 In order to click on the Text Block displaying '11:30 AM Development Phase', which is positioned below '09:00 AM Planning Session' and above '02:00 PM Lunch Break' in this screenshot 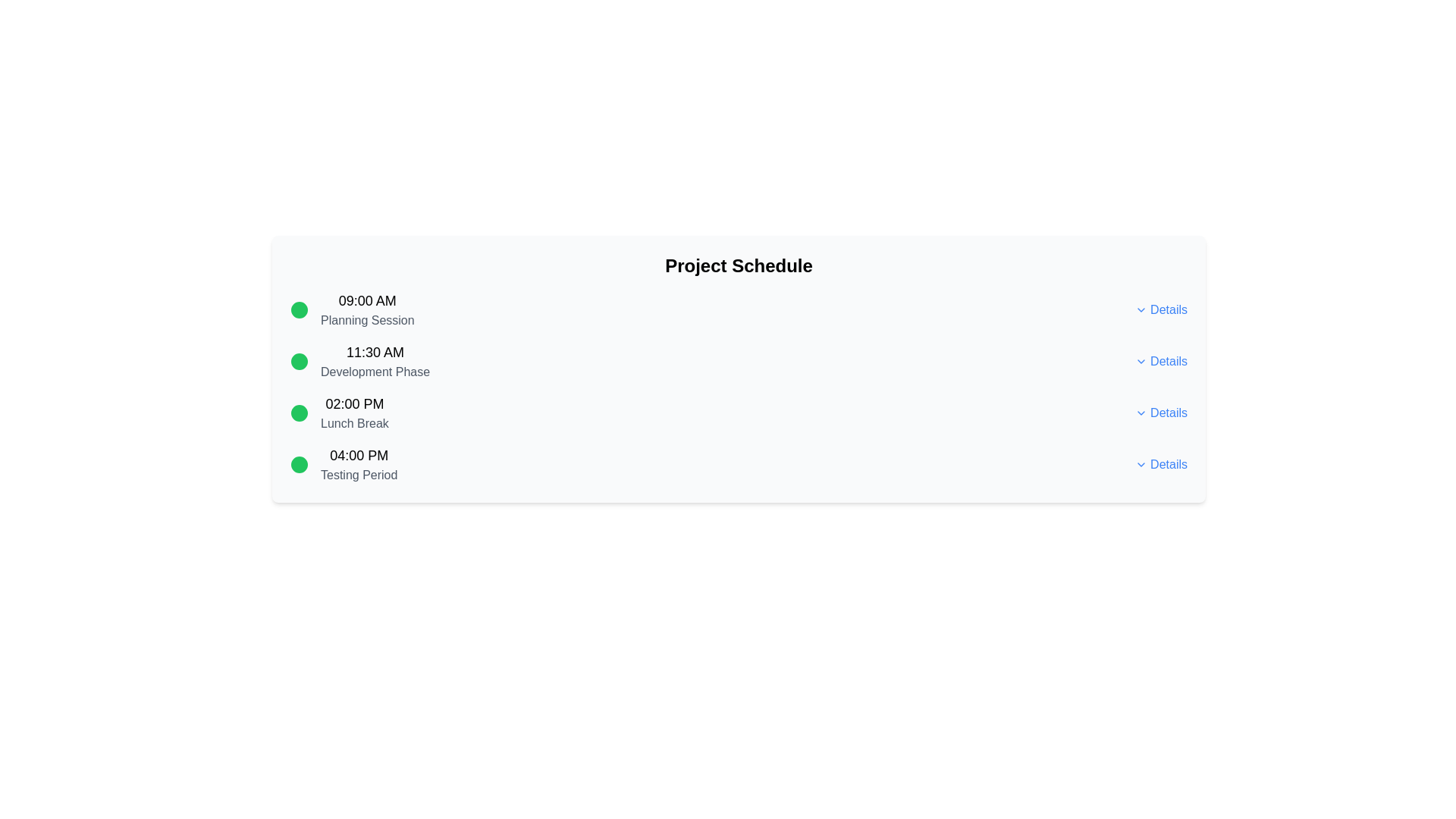, I will do `click(375, 362)`.